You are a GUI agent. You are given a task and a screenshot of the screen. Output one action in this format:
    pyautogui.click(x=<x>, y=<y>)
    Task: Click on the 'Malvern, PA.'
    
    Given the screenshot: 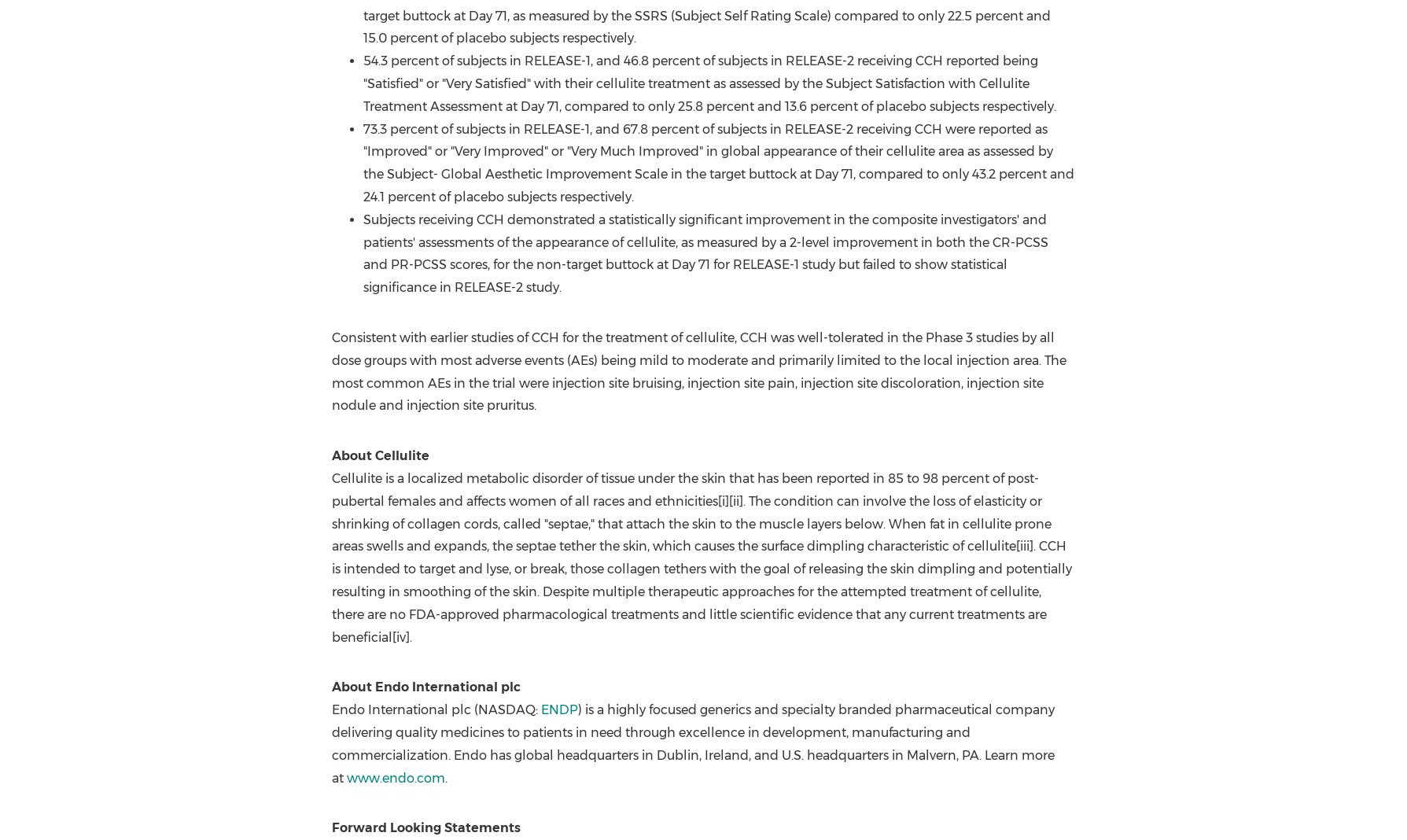 What is the action you would take?
    pyautogui.click(x=906, y=754)
    